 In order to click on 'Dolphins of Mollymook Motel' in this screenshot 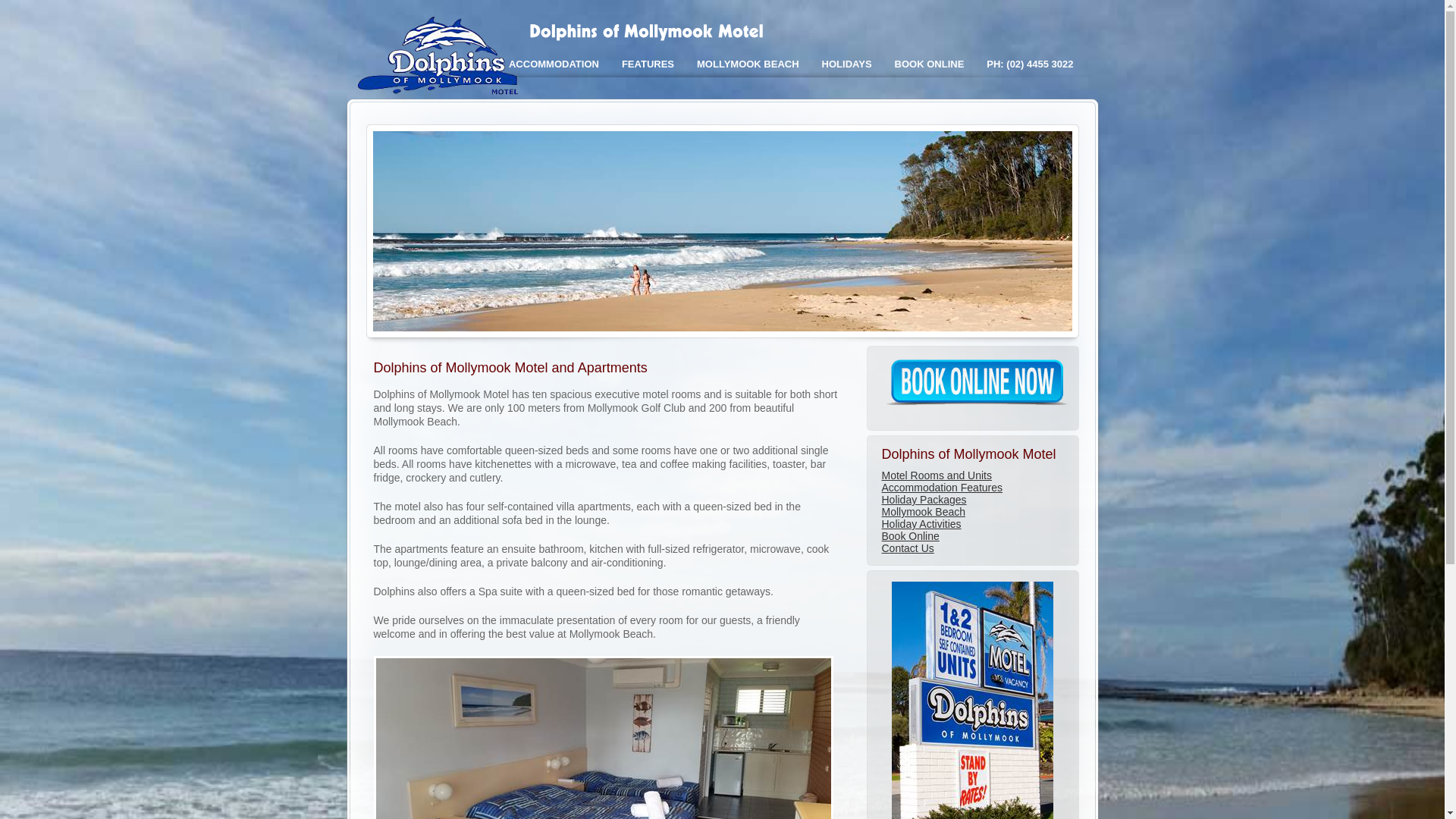, I will do `click(441, 93)`.